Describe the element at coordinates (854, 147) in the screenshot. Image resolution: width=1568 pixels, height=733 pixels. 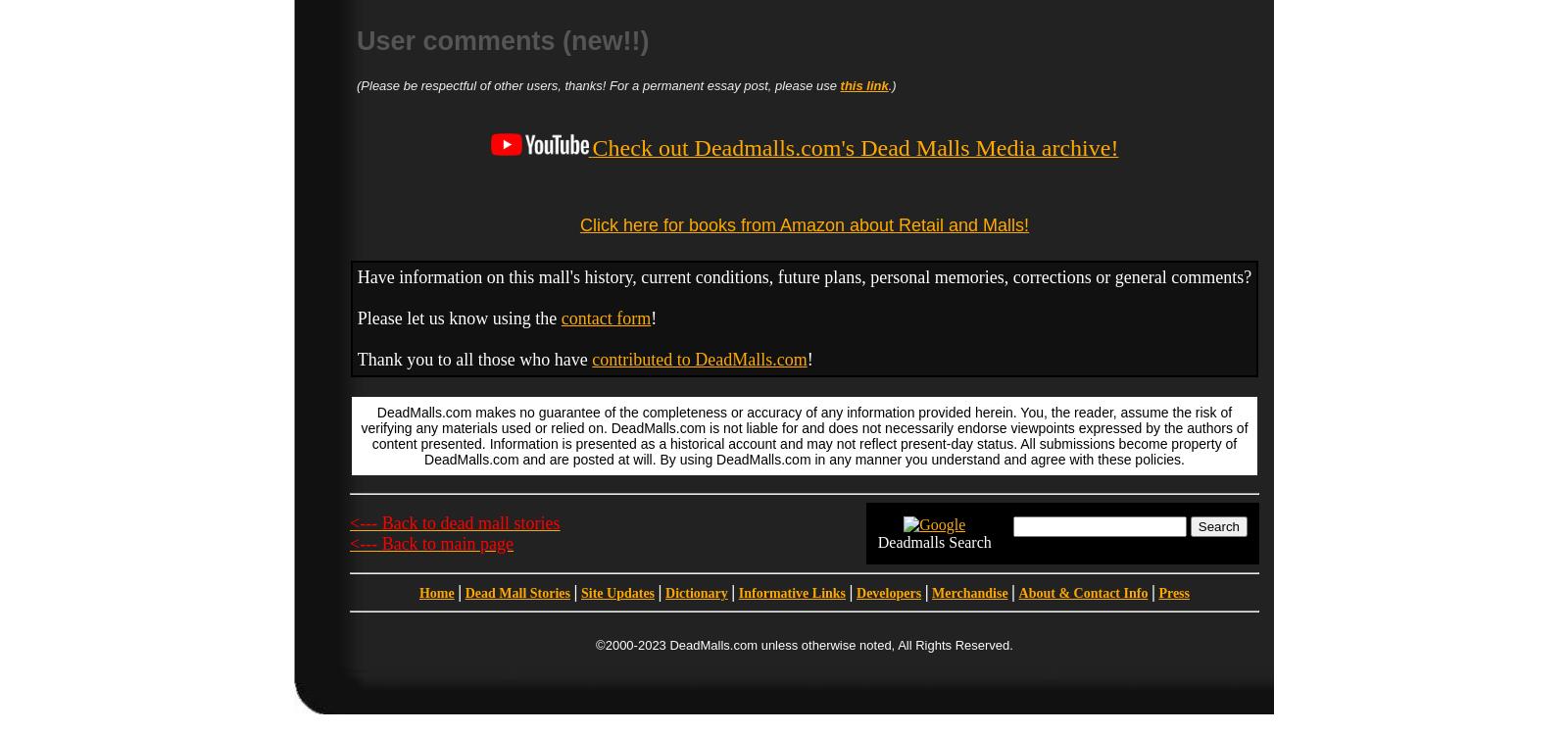
I see `'Check out Deadmalls.com's Dead Malls Media archive!'` at that location.